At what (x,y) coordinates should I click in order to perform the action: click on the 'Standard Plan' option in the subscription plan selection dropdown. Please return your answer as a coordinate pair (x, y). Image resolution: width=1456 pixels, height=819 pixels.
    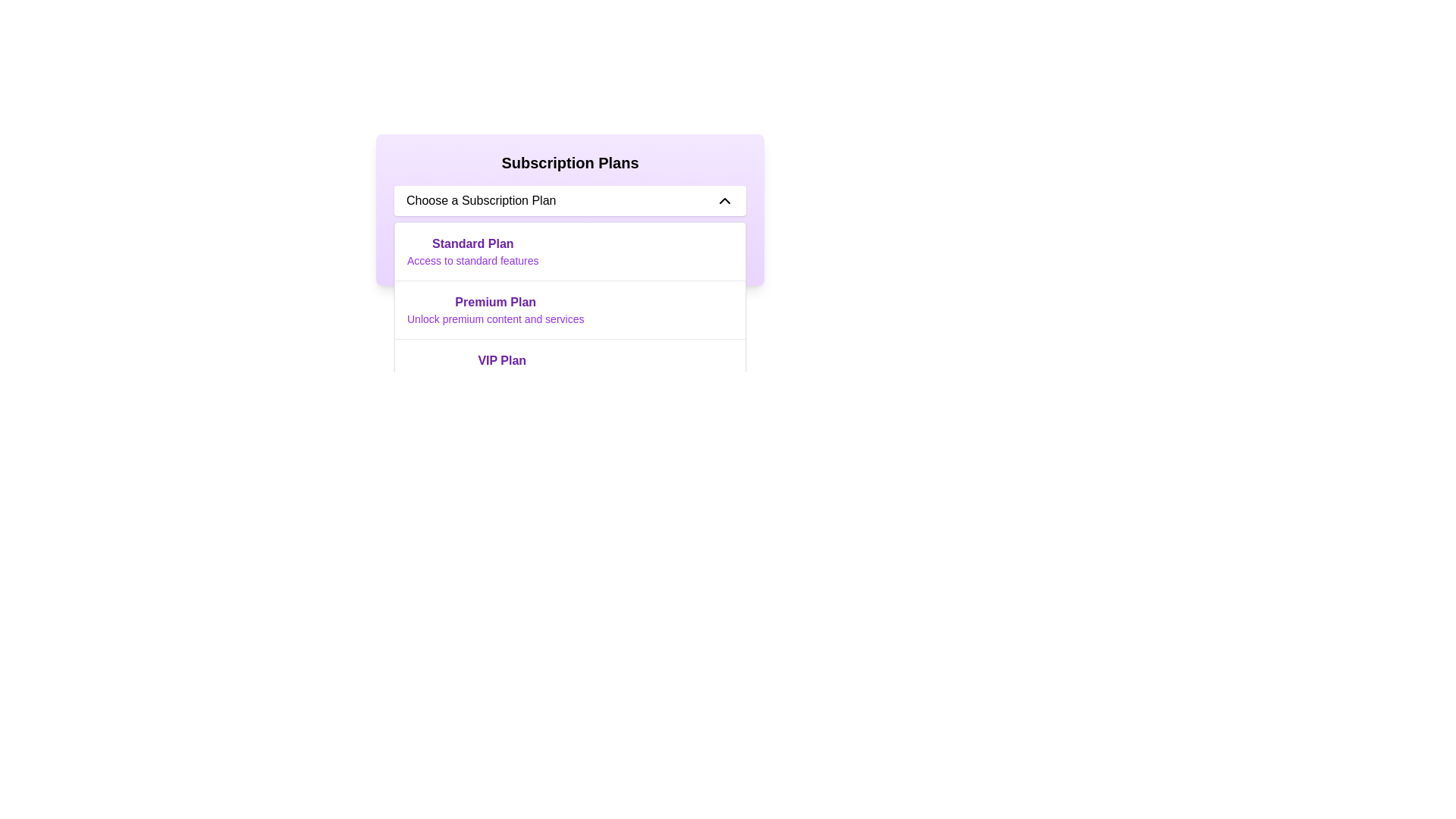
    Looking at the image, I should click on (570, 250).